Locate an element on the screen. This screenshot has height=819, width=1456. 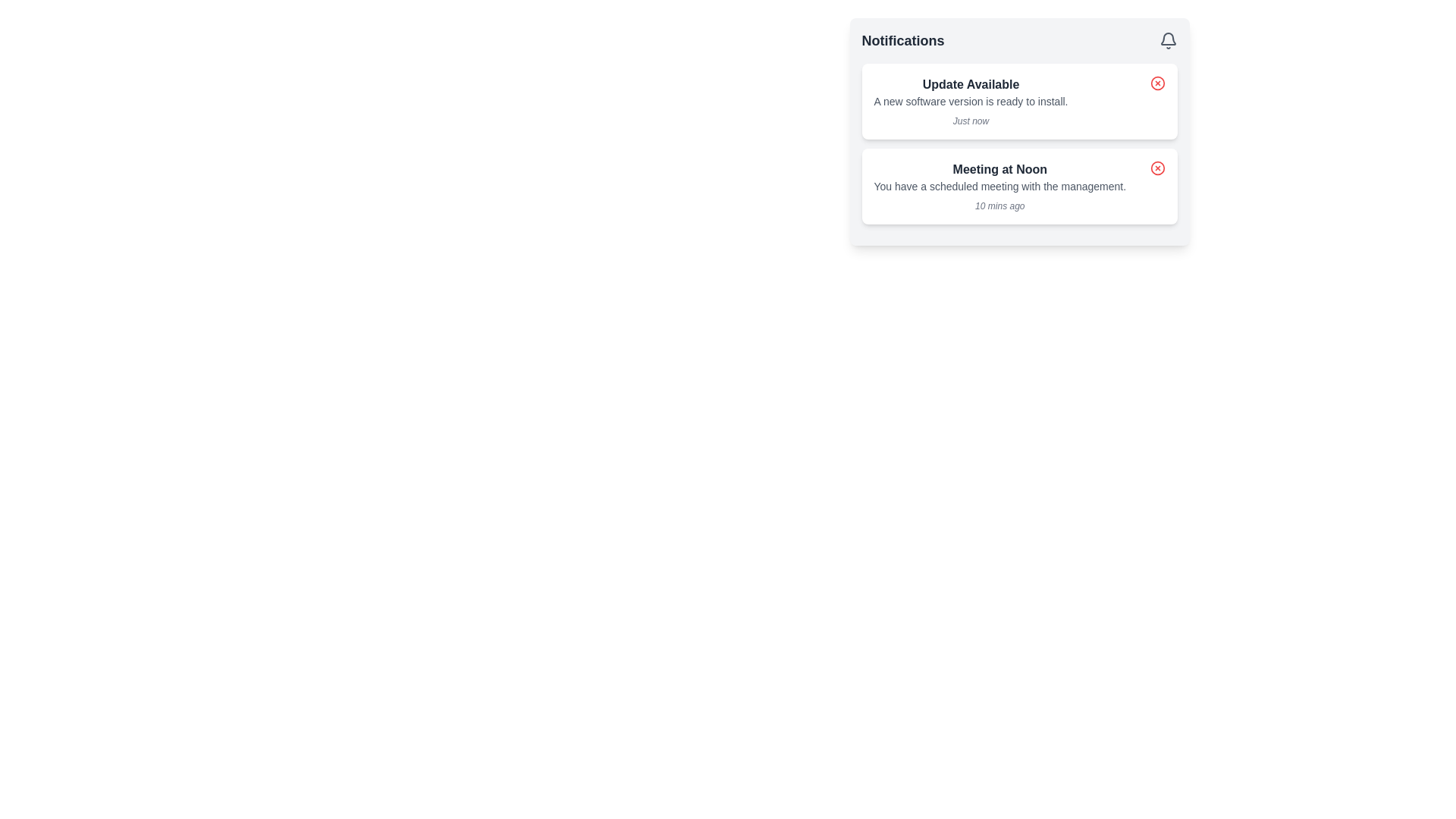
notification details from the text block titled 'Meeting at Noon', which contains information about a scheduled meeting with management and a timestamp is located at coordinates (999, 186).